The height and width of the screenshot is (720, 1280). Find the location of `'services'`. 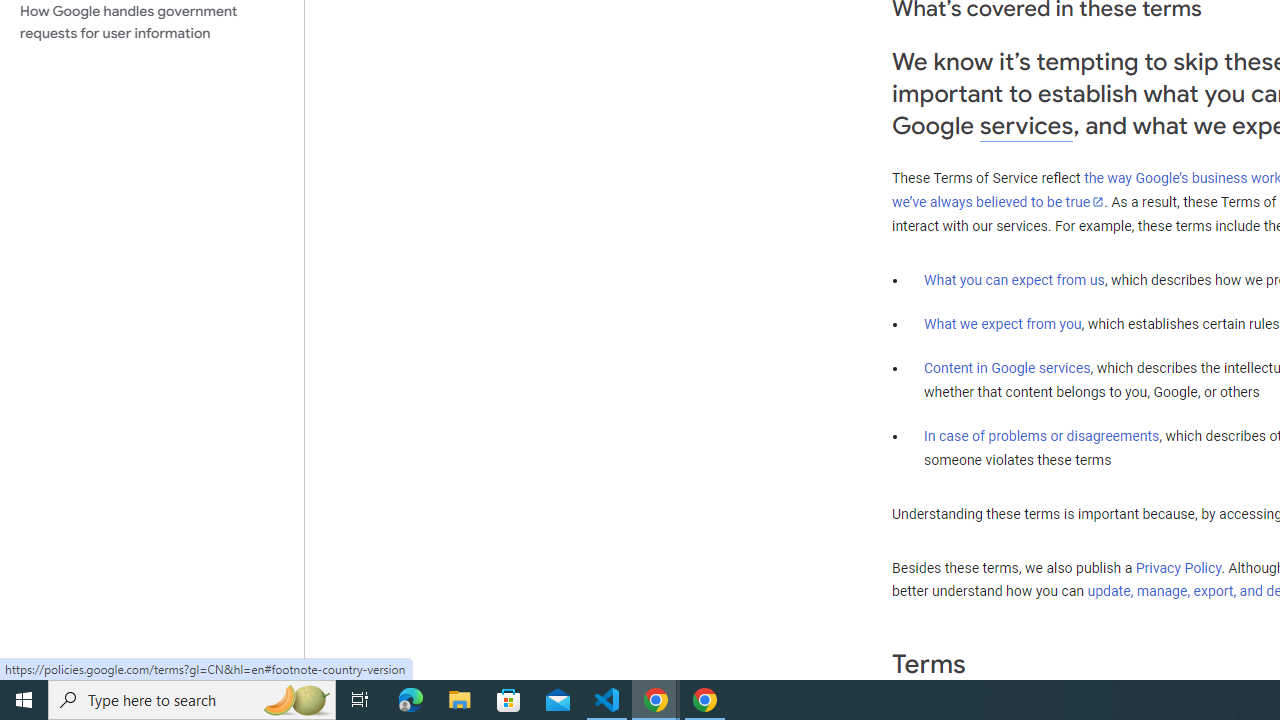

'services' is located at coordinates (1026, 125).